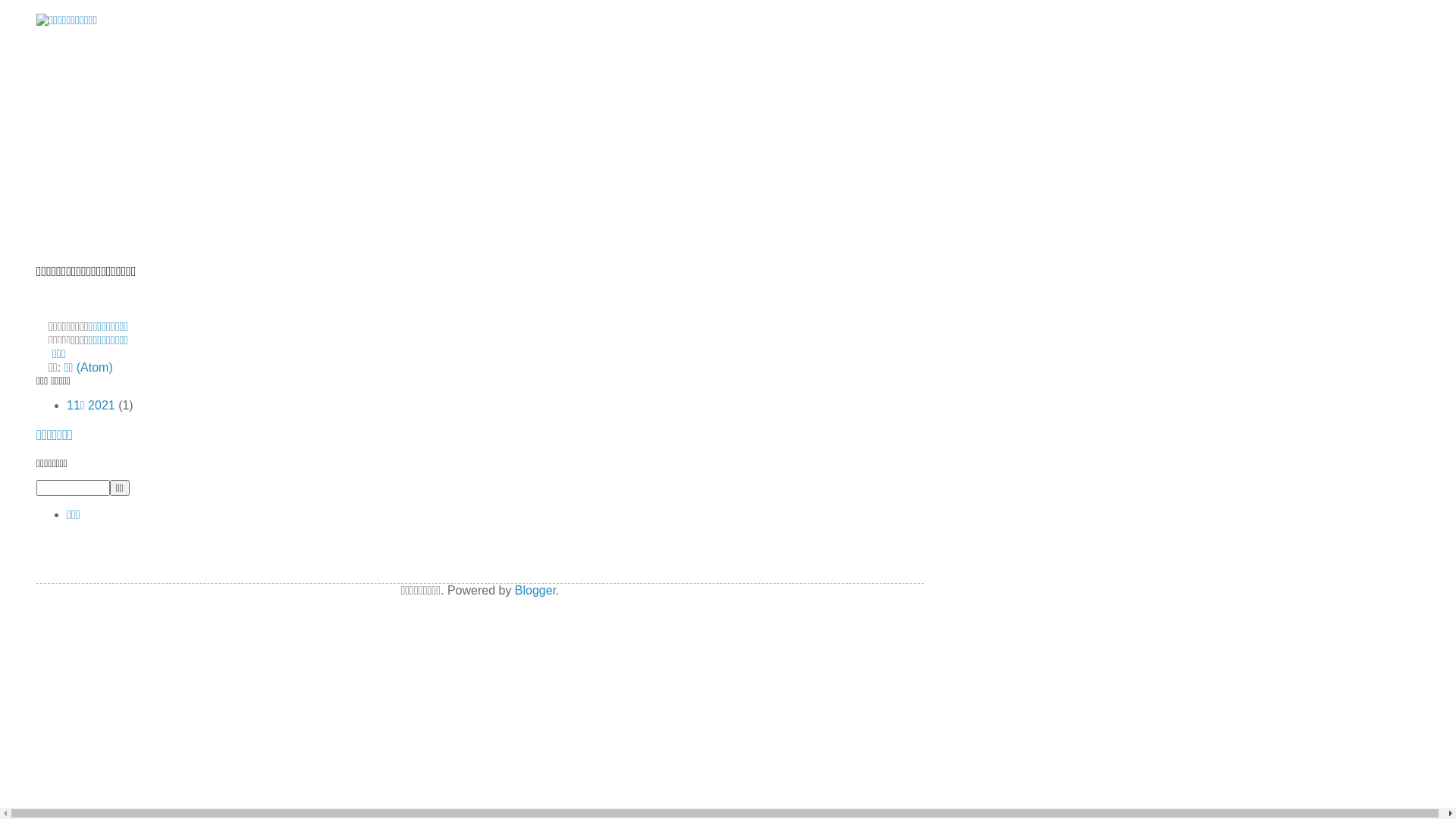 The image size is (1456, 819). What do you see at coordinates (119, 488) in the screenshot?
I see `'search'` at bounding box center [119, 488].